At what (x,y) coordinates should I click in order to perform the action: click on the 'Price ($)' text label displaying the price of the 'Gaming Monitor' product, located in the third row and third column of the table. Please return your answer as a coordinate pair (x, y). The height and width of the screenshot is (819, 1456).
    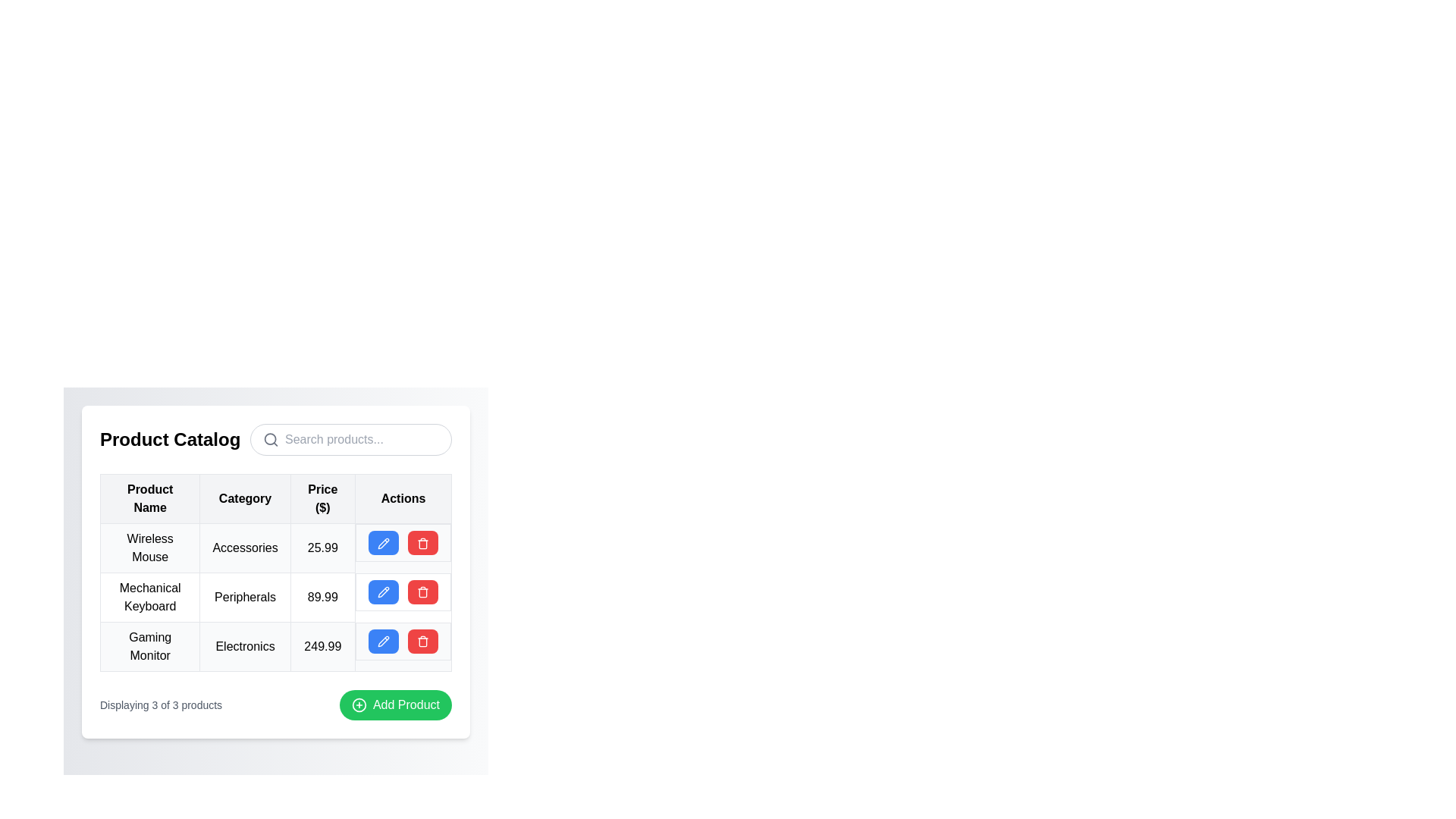
    Looking at the image, I should click on (322, 646).